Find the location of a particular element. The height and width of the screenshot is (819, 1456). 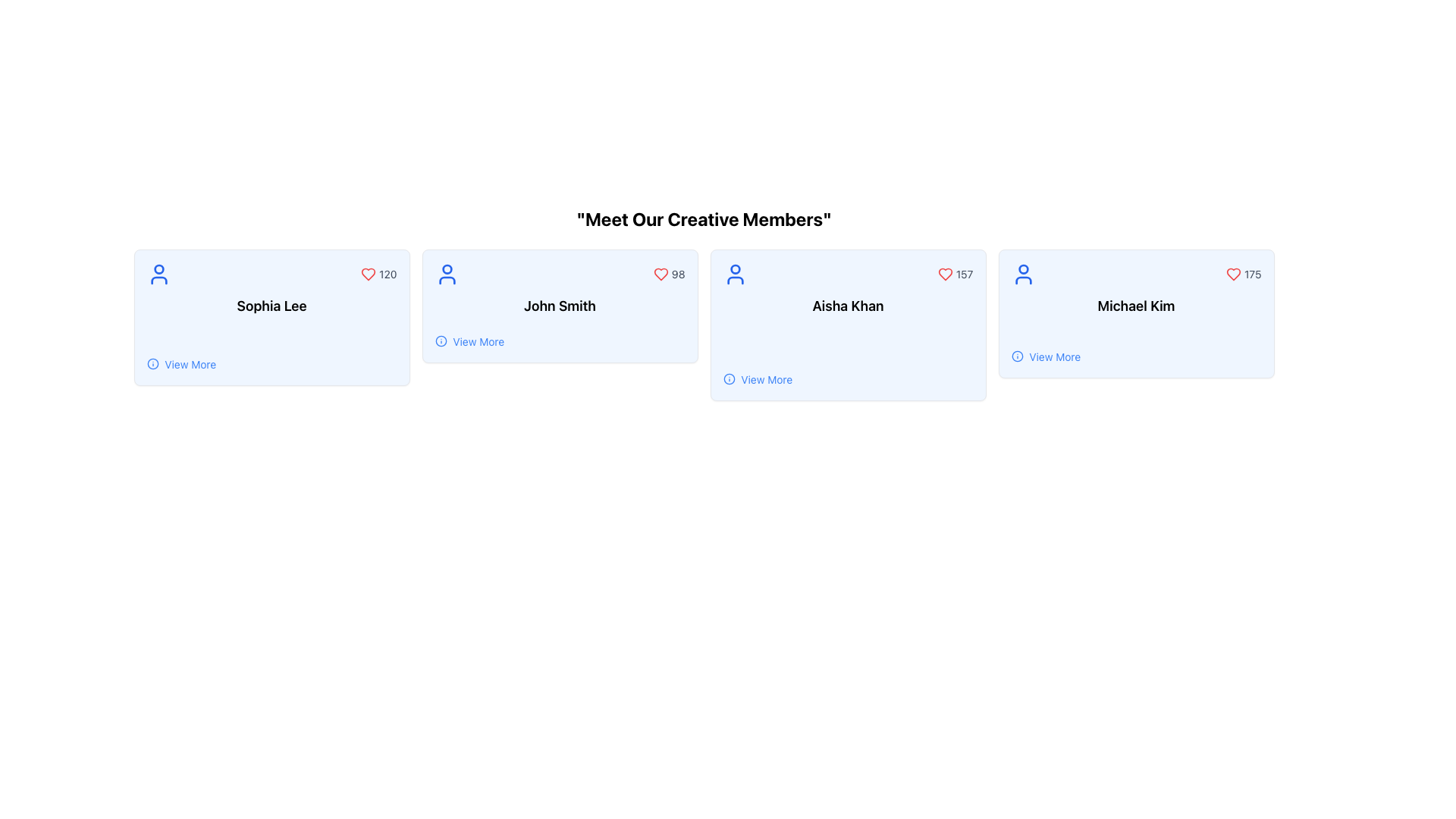

the likes counter text located in the third card from the left under the title 'Aisha Khan', positioned towards the top-right corner adjacent to a red heart-shaped icon is located at coordinates (964, 275).